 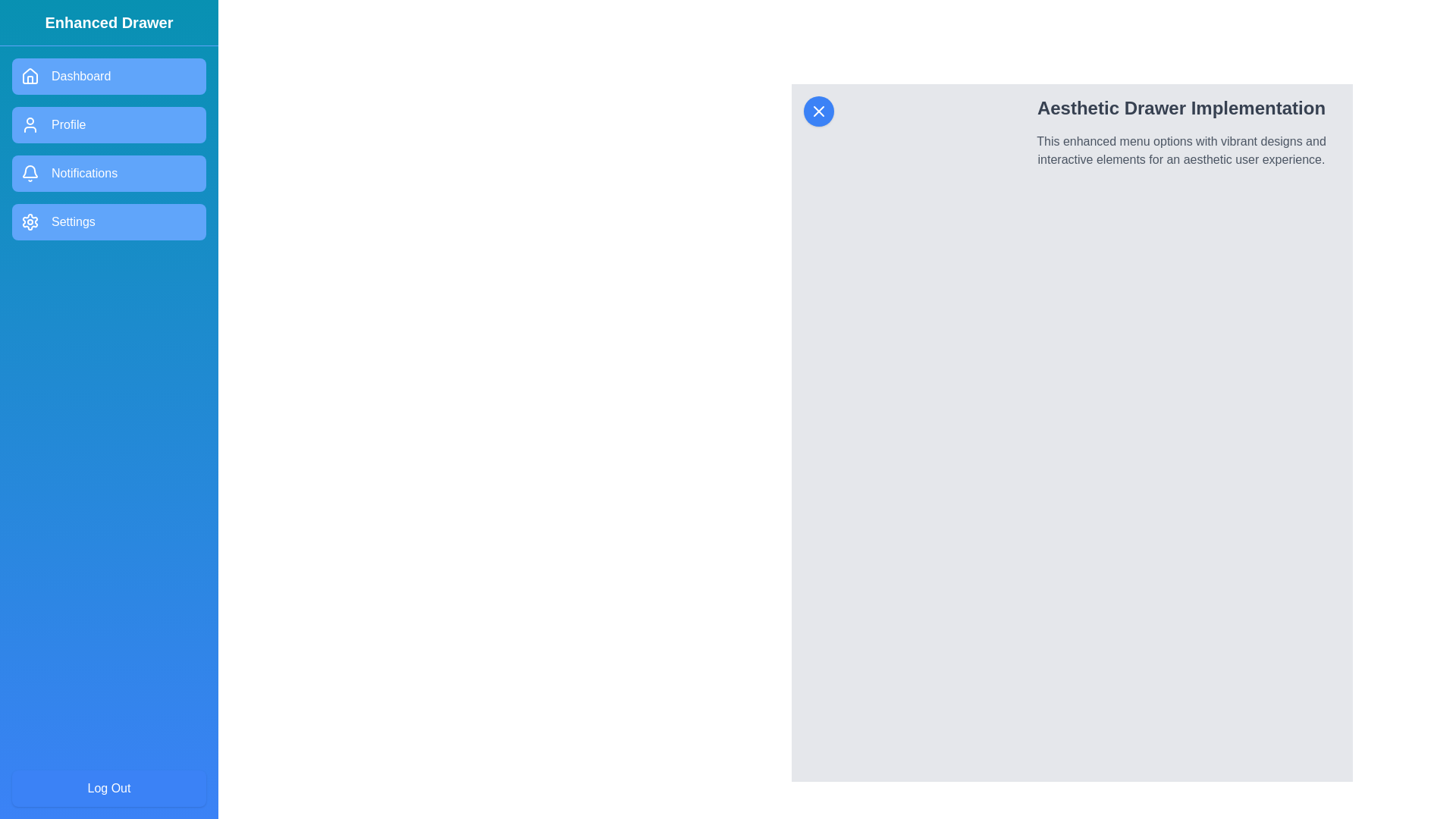 What do you see at coordinates (30, 76) in the screenshot?
I see `the leftmost icon (SVG) in the vertical navigation menu` at bounding box center [30, 76].